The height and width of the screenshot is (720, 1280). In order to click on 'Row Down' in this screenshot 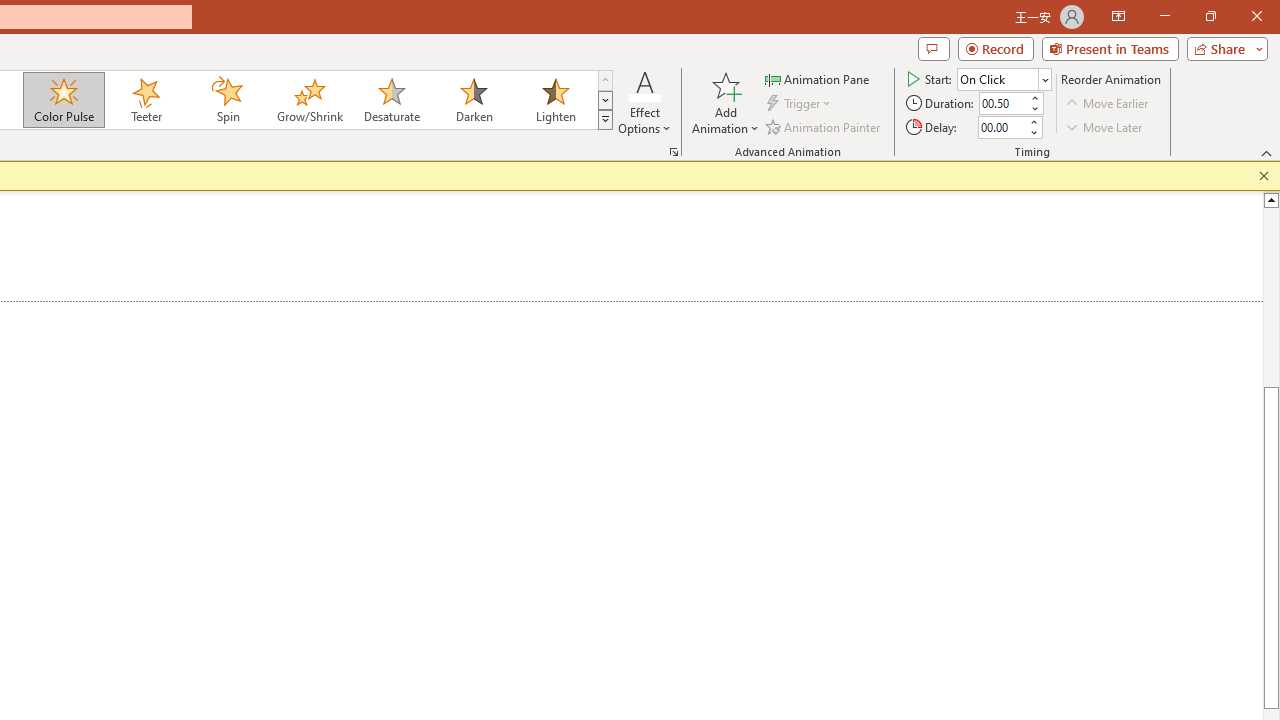, I will do `click(604, 100)`.